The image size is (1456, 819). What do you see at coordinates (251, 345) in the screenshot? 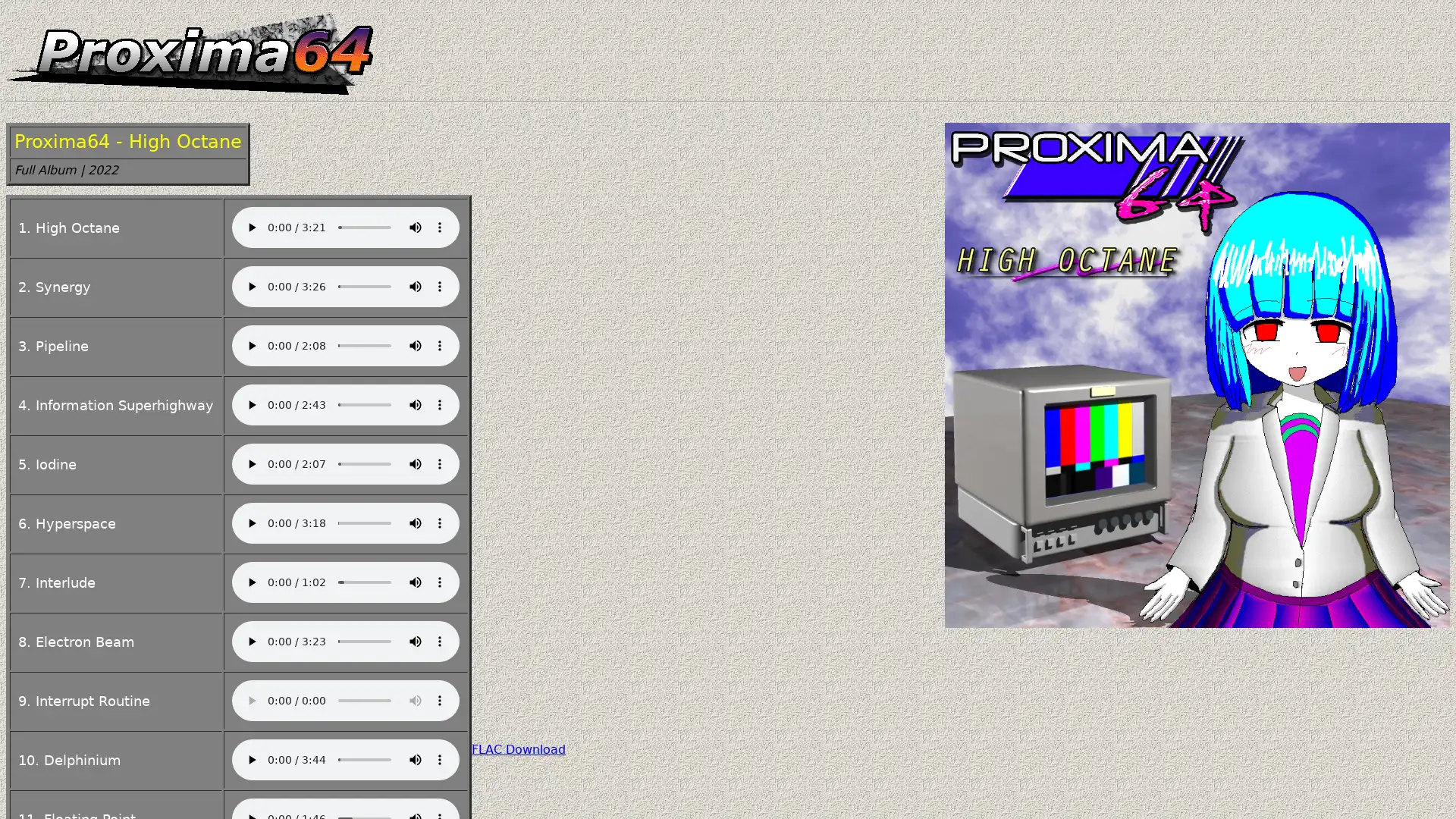
I see `play` at bounding box center [251, 345].